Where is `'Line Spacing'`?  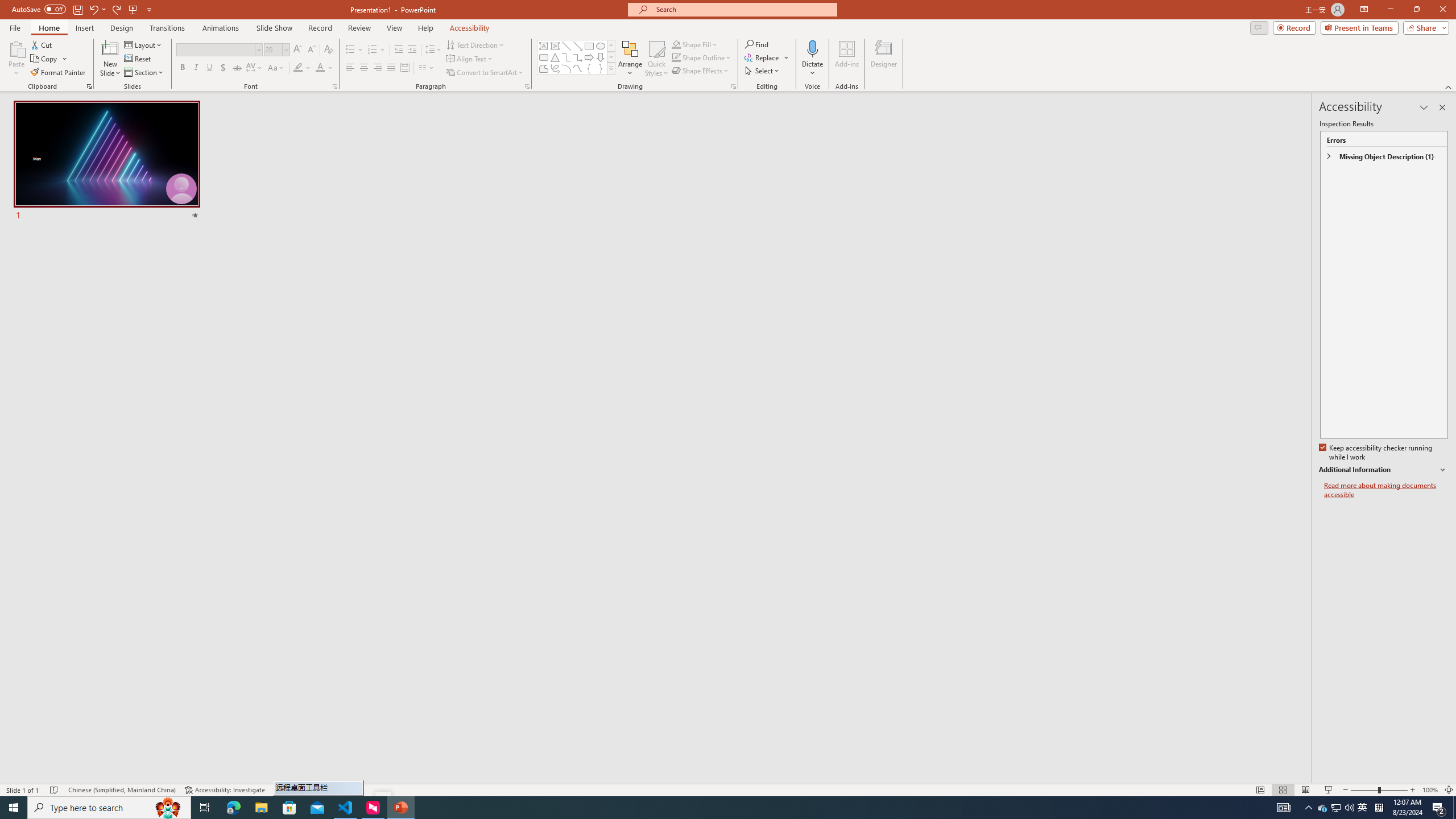
'Line Spacing' is located at coordinates (433, 49).